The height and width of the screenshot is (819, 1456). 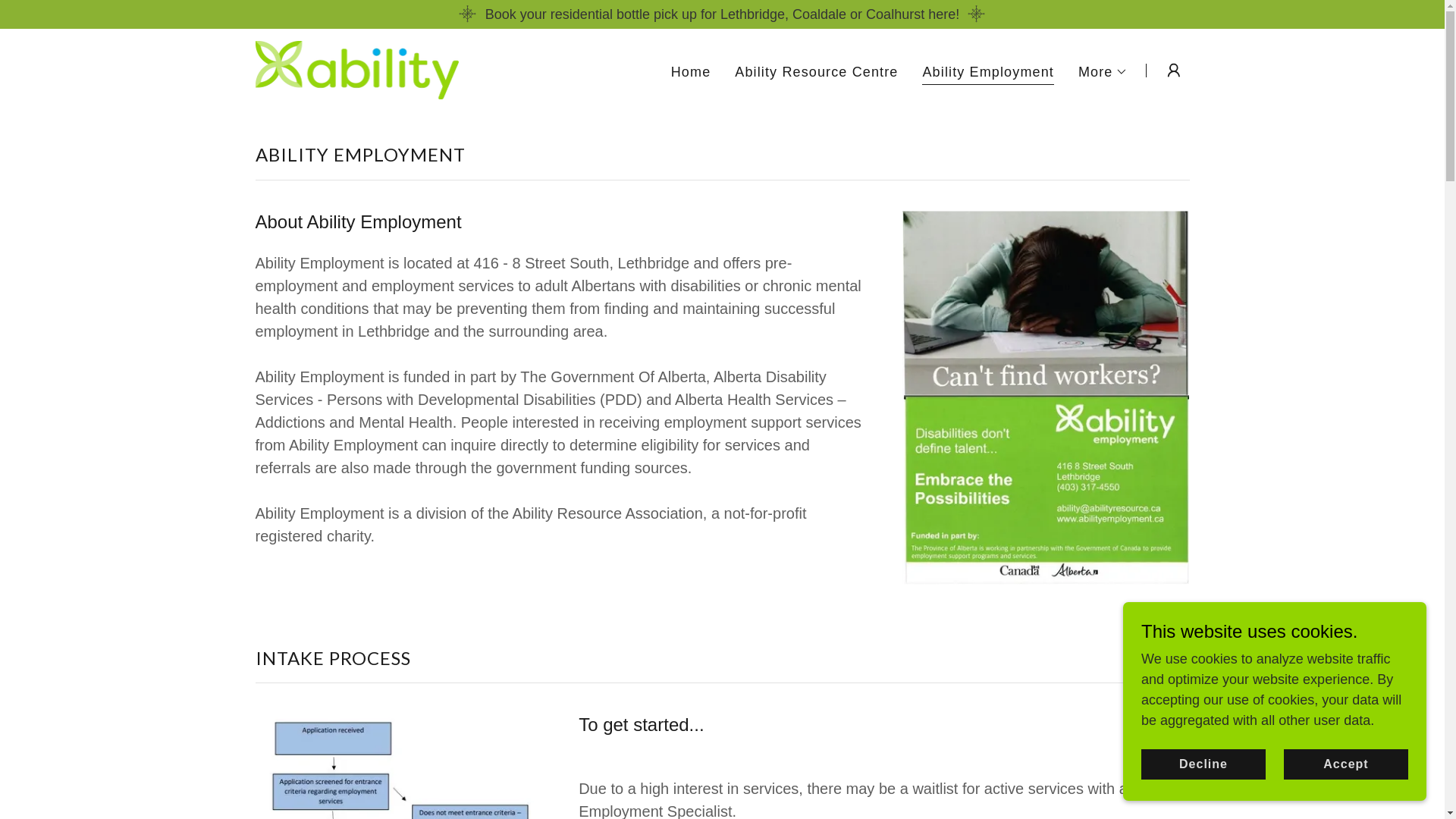 I want to click on 'Ability Employment', so click(x=987, y=74).